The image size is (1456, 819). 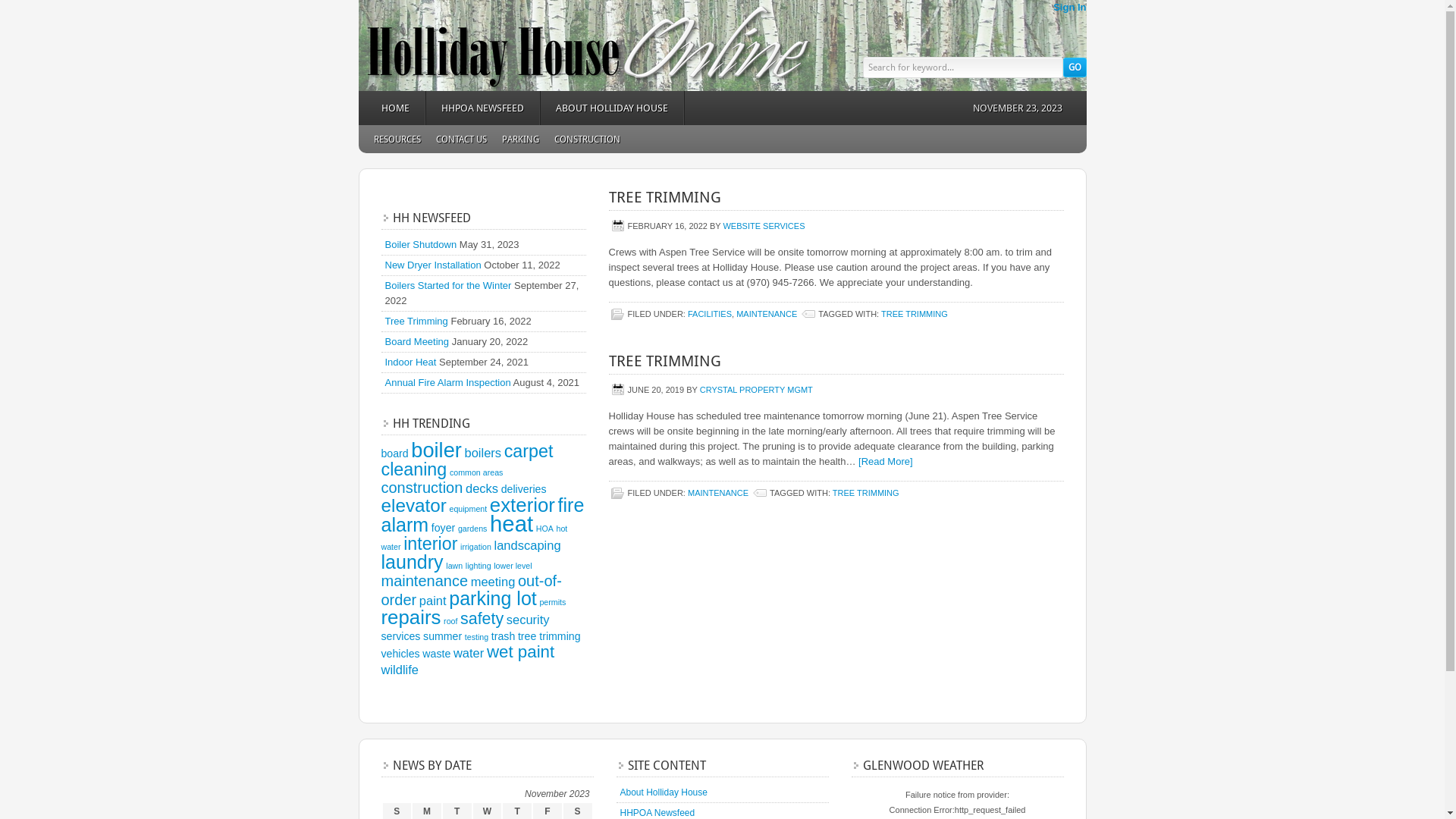 What do you see at coordinates (522, 505) in the screenshot?
I see `'exterior'` at bounding box center [522, 505].